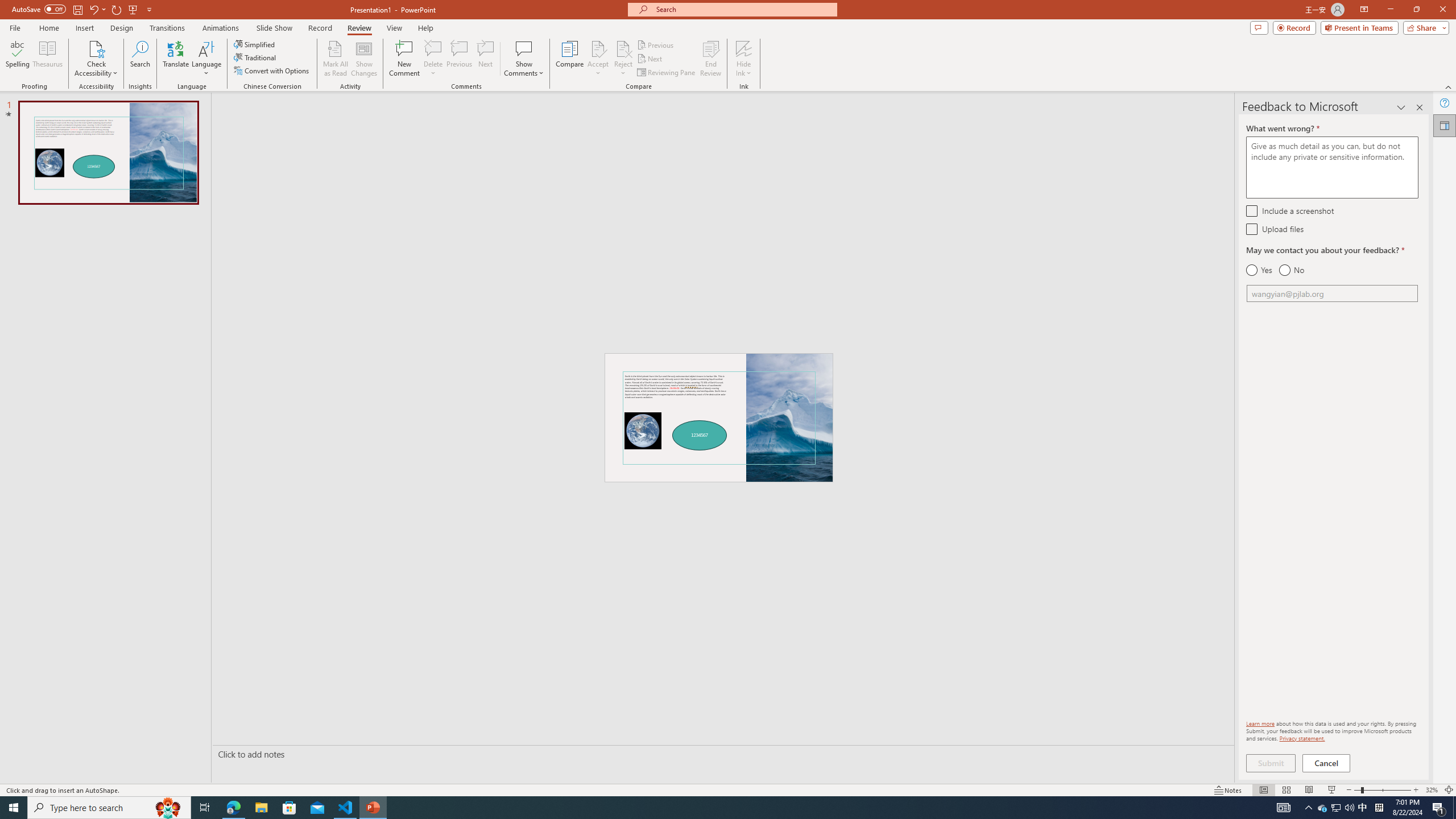 The image size is (1456, 819). What do you see at coordinates (16, 59) in the screenshot?
I see `'Spelling...'` at bounding box center [16, 59].